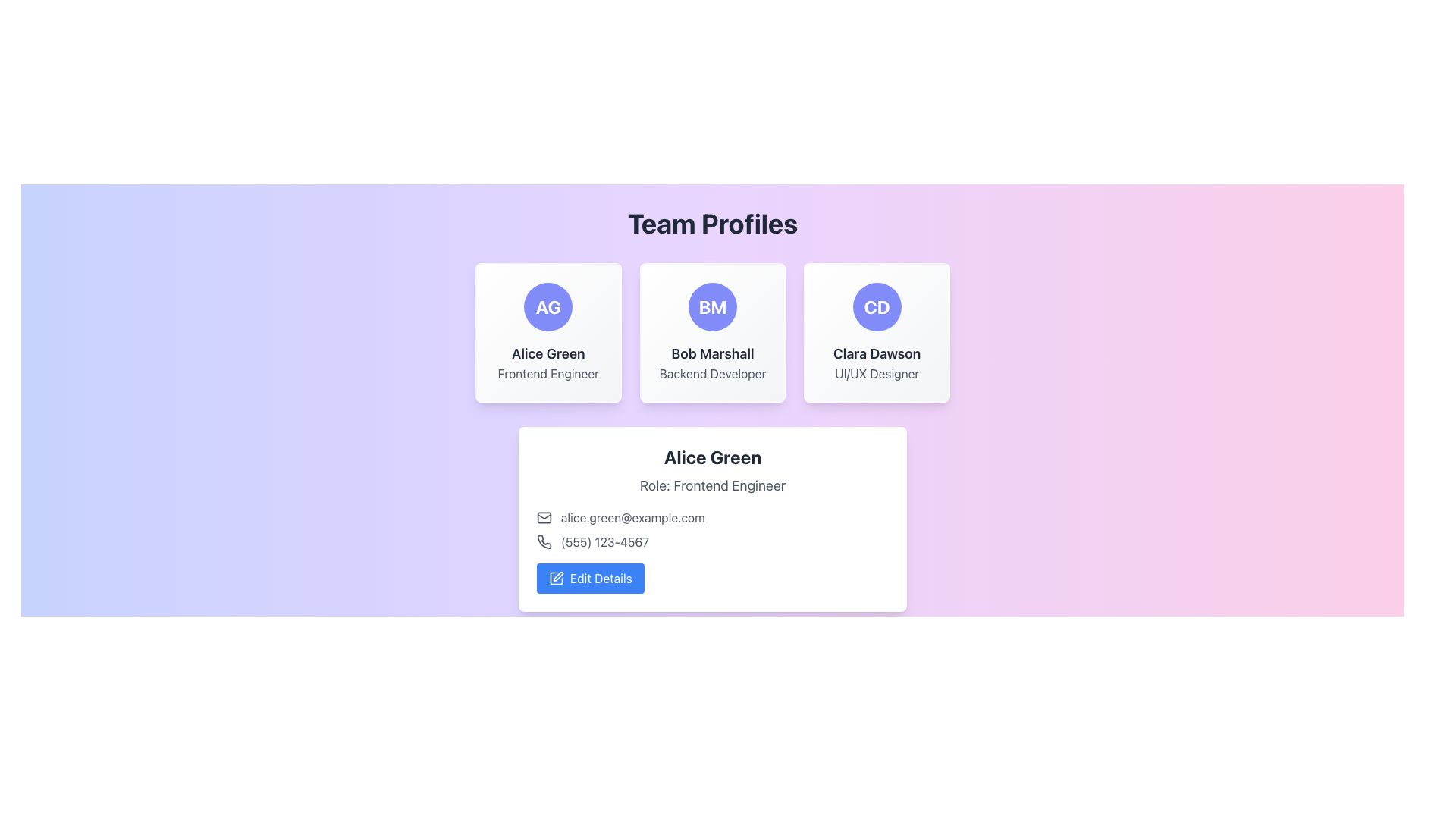 The image size is (1456, 819). I want to click on rectangular envelope background of the mail icon within the detailed card for 'Alice Green' for debugging purposes, so click(544, 516).